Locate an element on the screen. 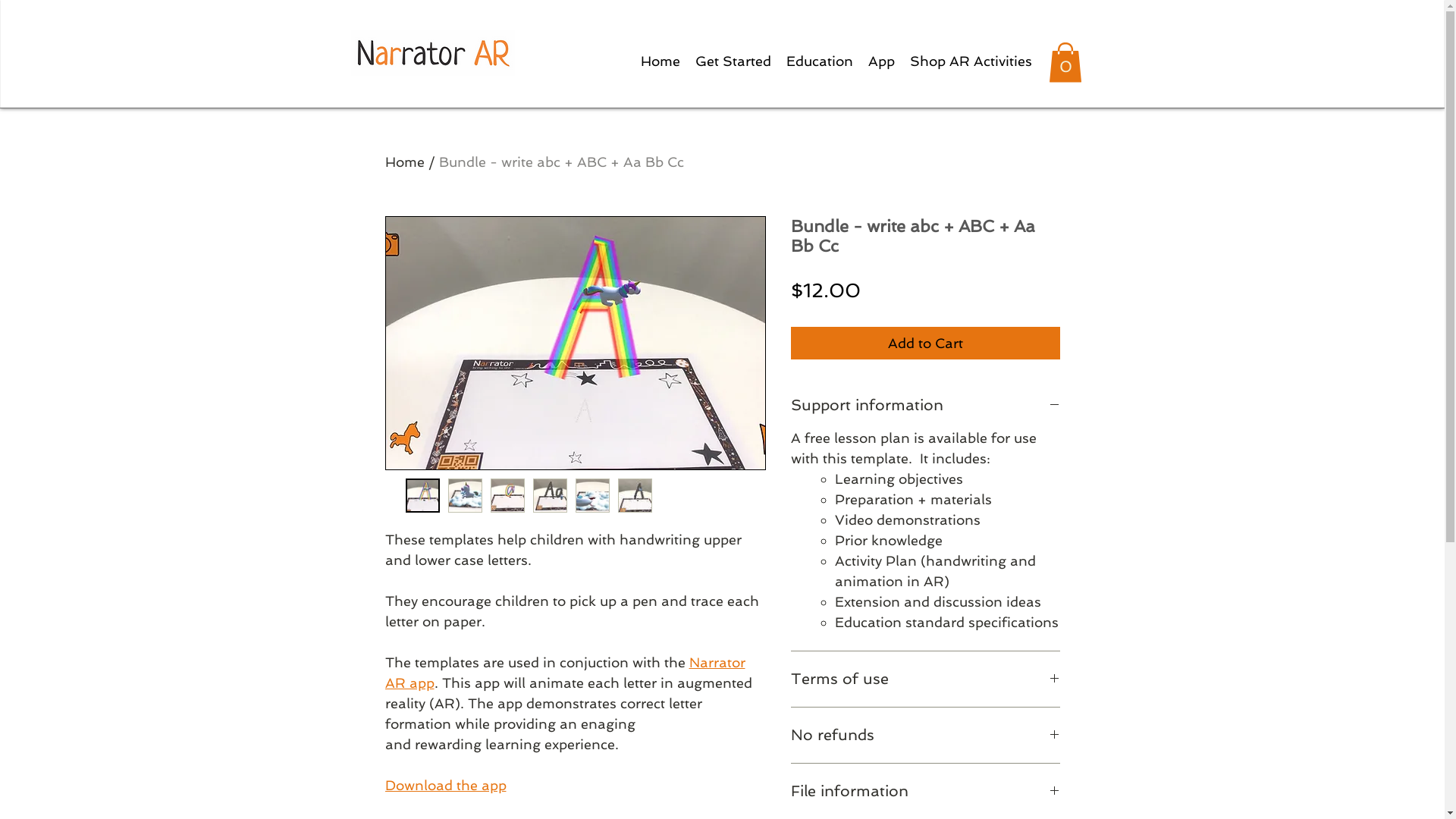 The width and height of the screenshot is (1456, 819). '0' is located at coordinates (1063, 61).